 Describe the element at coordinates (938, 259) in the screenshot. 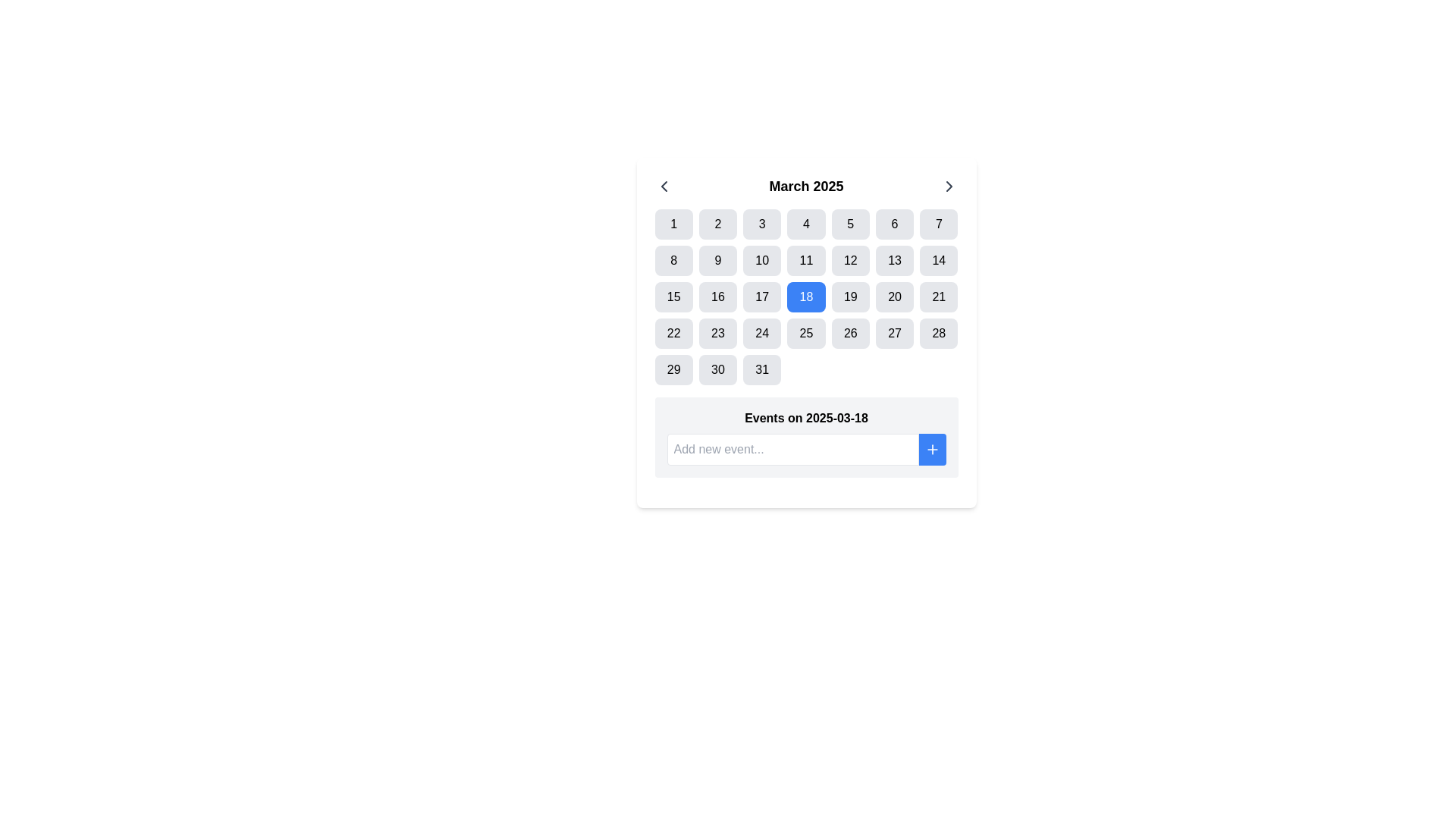

I see `the rounded rectangular button with the number '14'` at that location.